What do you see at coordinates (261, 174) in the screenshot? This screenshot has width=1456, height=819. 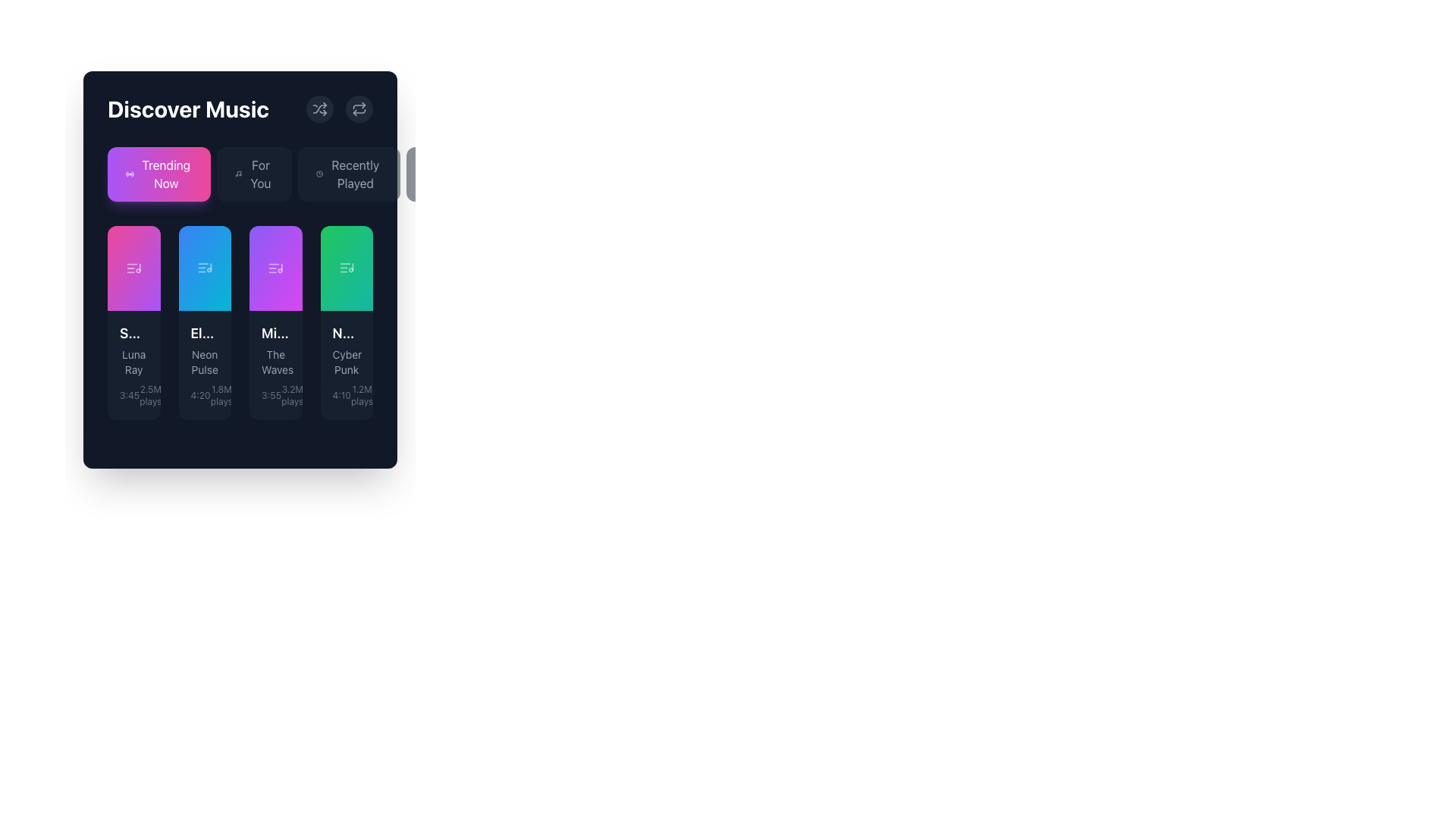 I see `the 'For You' navigational button which allows access to personalized content` at bounding box center [261, 174].